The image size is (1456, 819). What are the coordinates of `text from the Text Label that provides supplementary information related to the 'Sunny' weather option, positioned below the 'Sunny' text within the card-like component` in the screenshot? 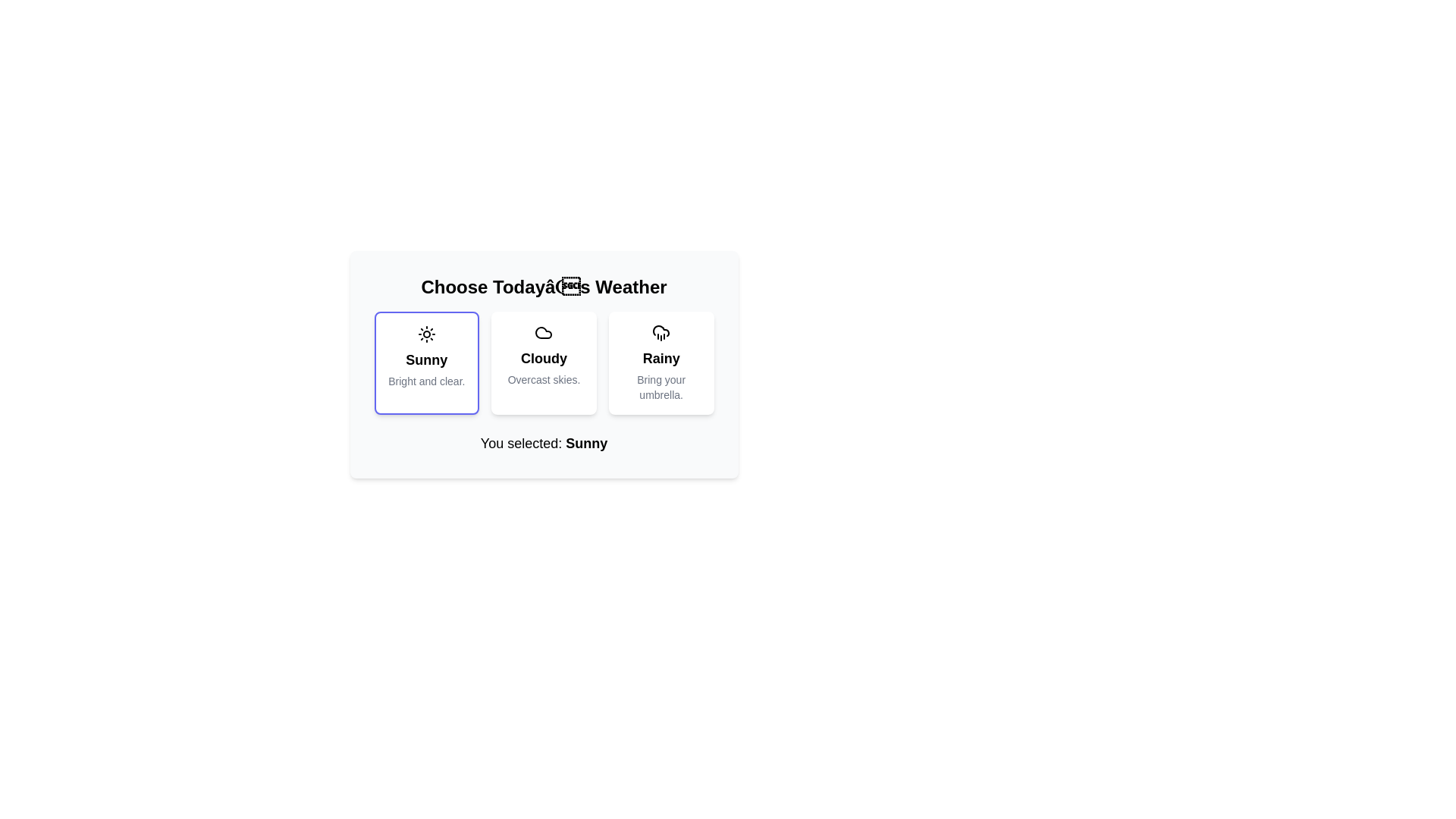 It's located at (425, 380).